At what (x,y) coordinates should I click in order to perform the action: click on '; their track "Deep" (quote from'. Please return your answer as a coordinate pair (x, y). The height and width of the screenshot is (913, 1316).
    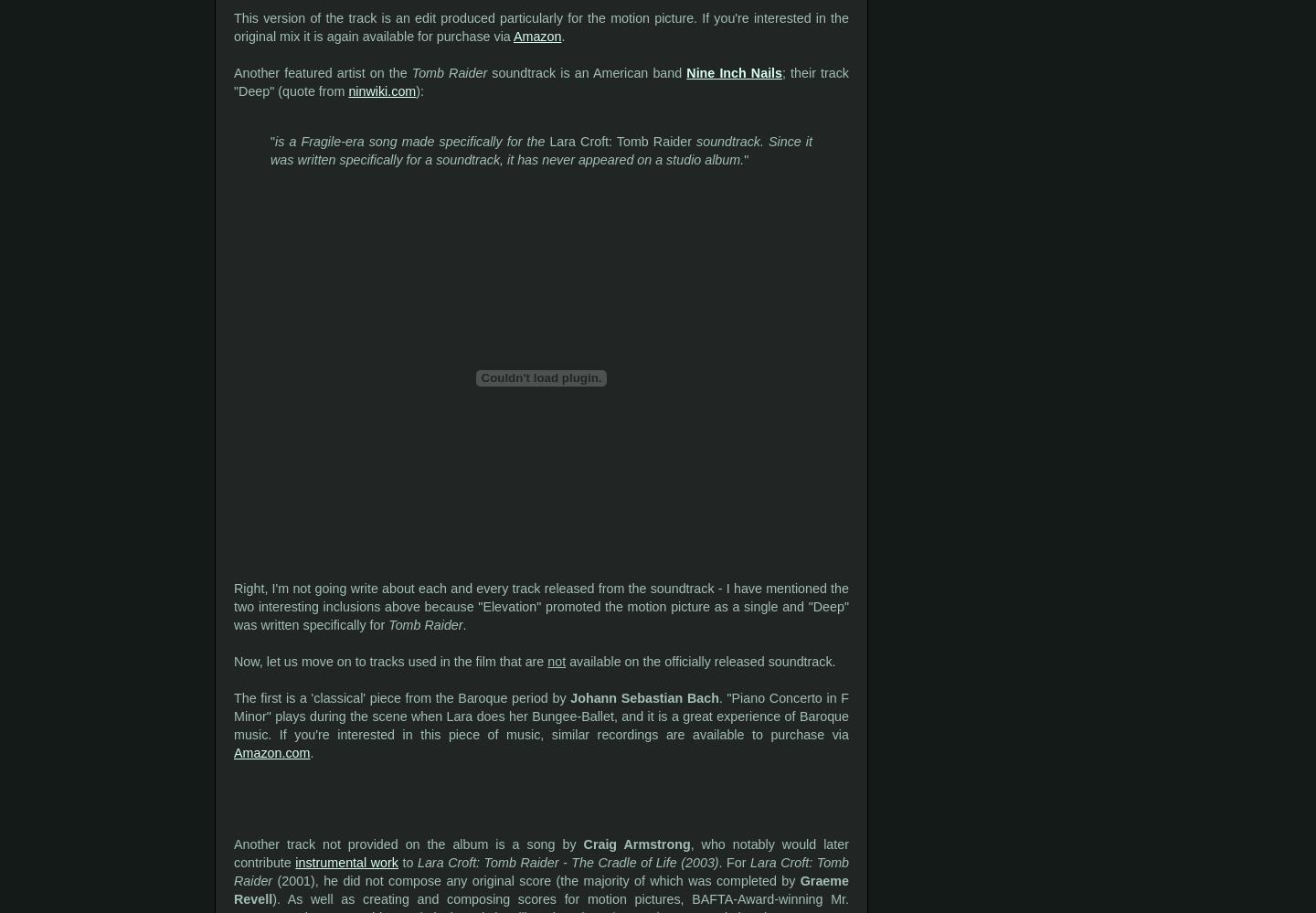
    Looking at the image, I should click on (233, 81).